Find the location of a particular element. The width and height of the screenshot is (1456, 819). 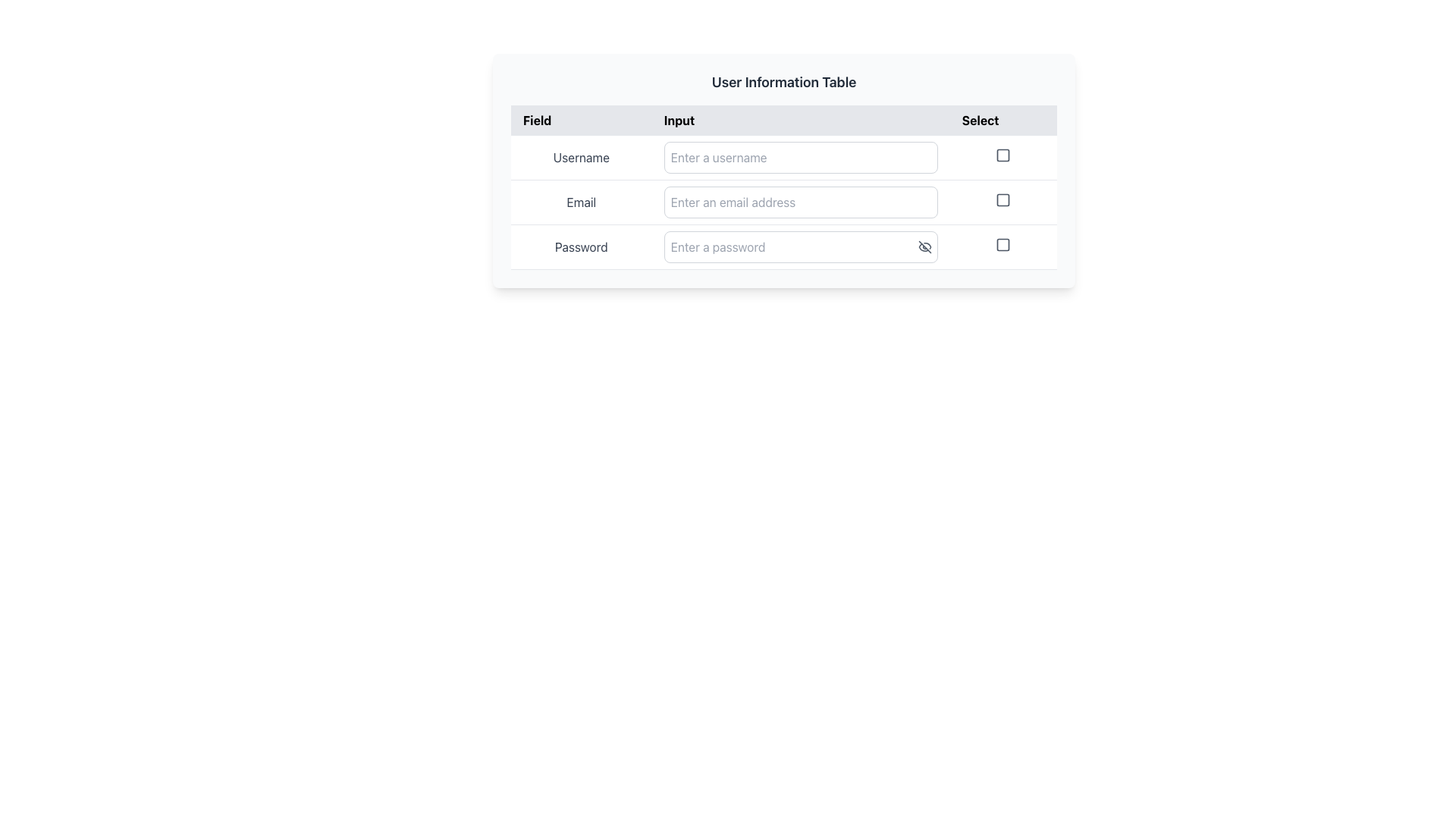

the checkbox located in the last column of the row labeled 'Email' within the table is located at coordinates (1003, 201).